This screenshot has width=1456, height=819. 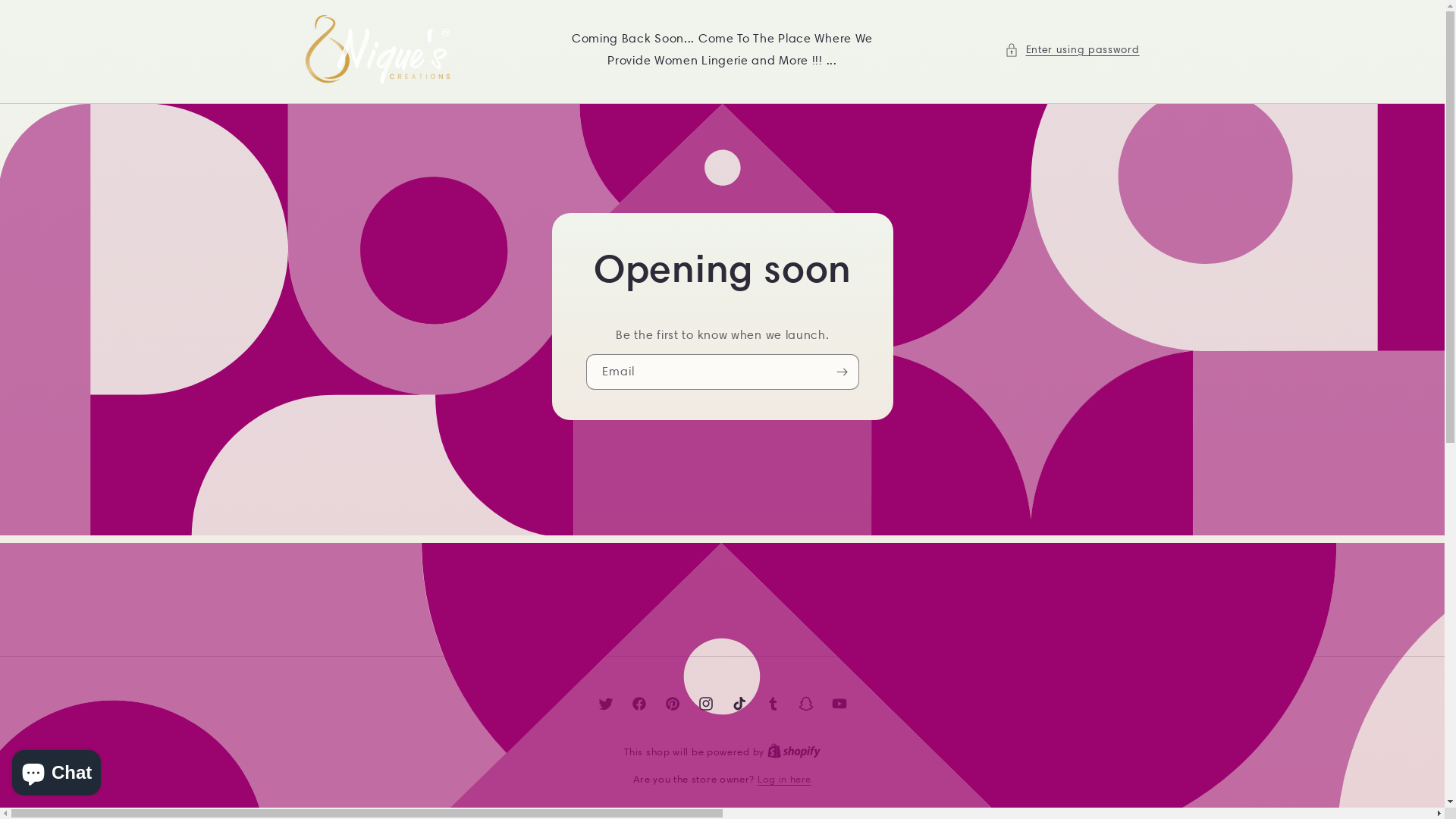 What do you see at coordinates (56, 769) in the screenshot?
I see `'Shopify online store chat'` at bounding box center [56, 769].